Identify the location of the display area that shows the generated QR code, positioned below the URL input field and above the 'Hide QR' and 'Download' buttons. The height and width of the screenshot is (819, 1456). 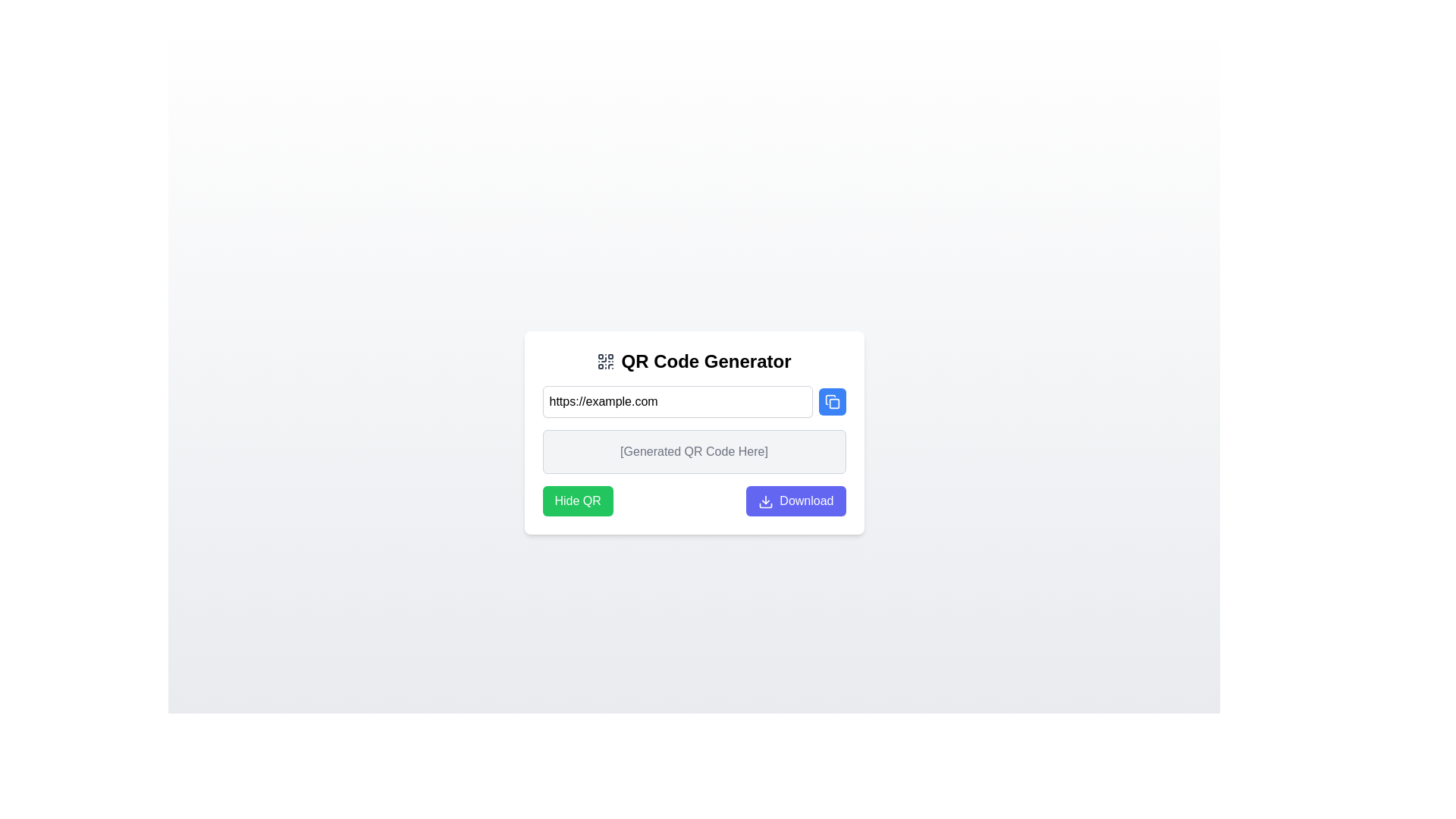
(693, 432).